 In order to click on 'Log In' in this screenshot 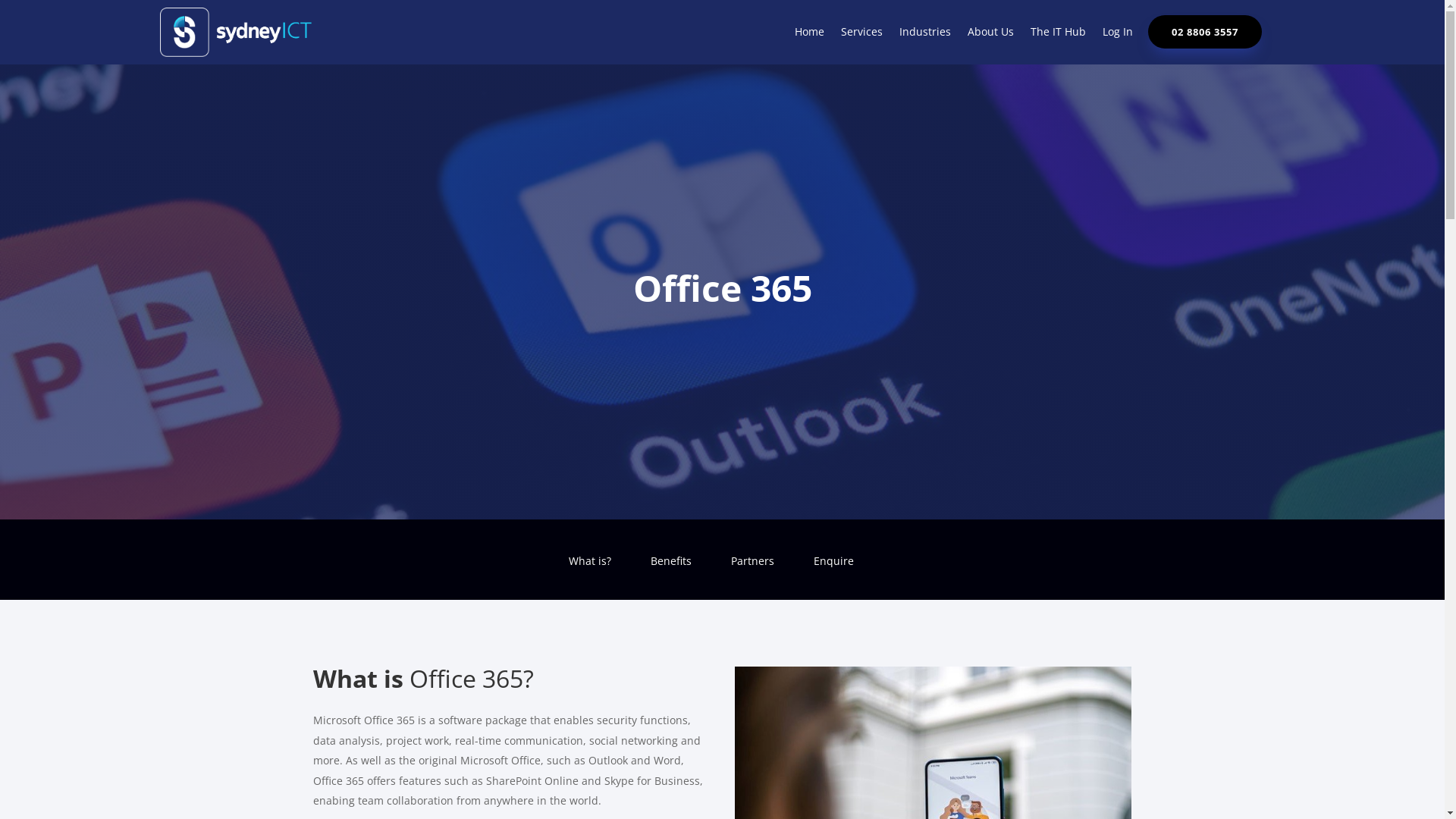, I will do `click(1103, 34)`.